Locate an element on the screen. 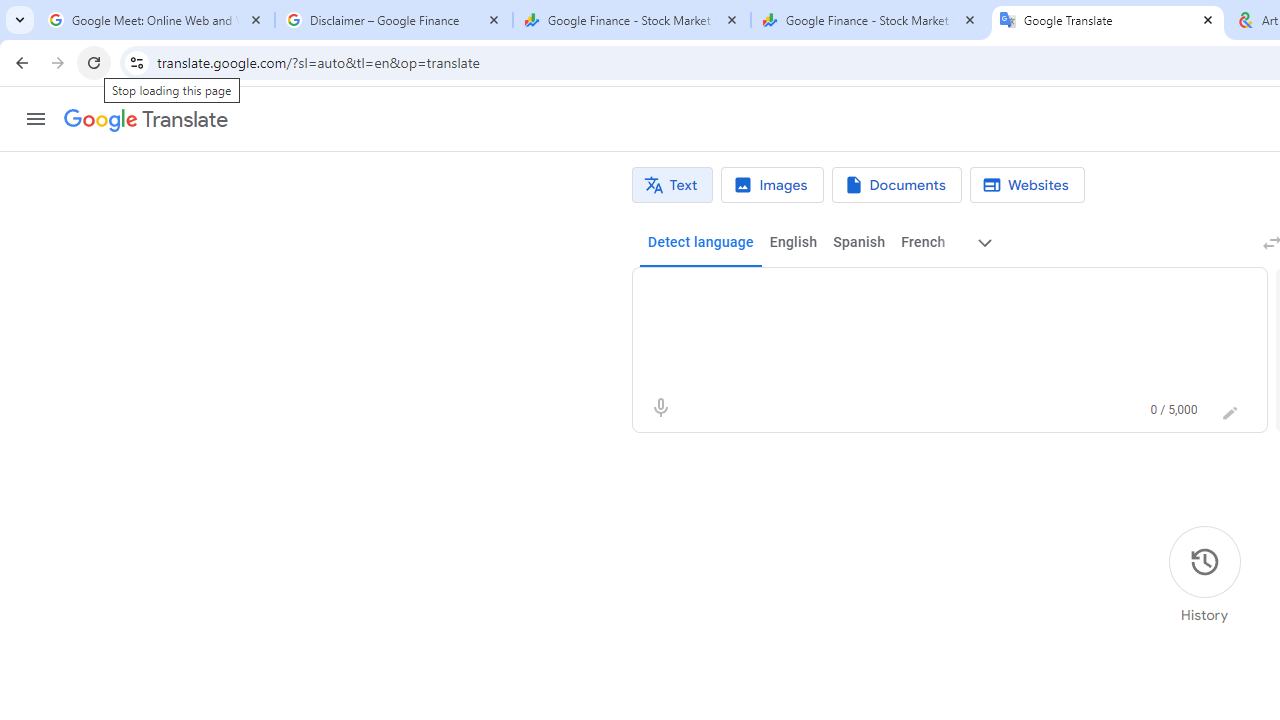 The image size is (1280, 720). 'Detect language' is located at coordinates (700, 242).